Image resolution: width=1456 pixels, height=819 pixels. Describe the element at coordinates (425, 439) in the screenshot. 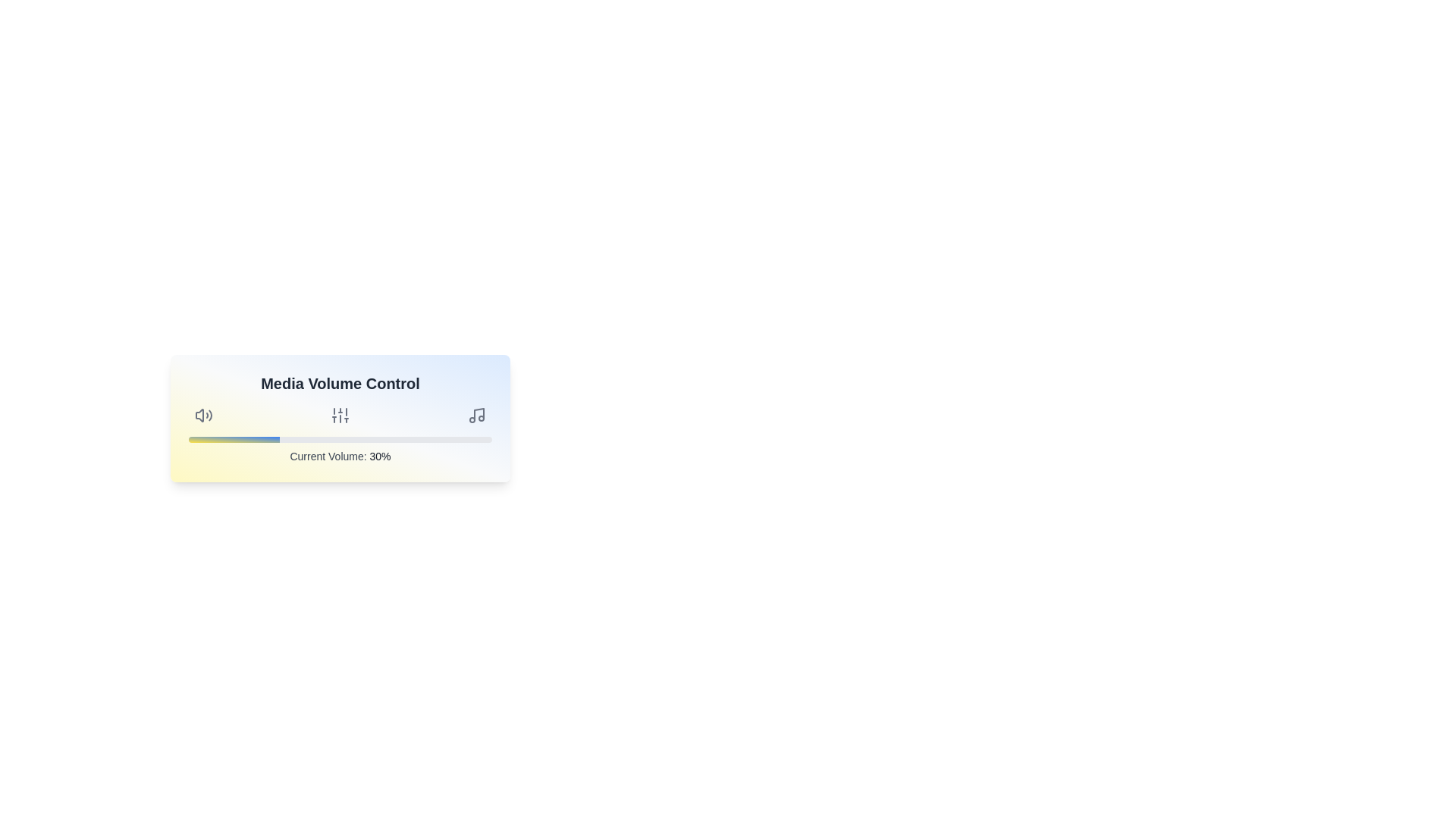

I see `the volume` at that location.